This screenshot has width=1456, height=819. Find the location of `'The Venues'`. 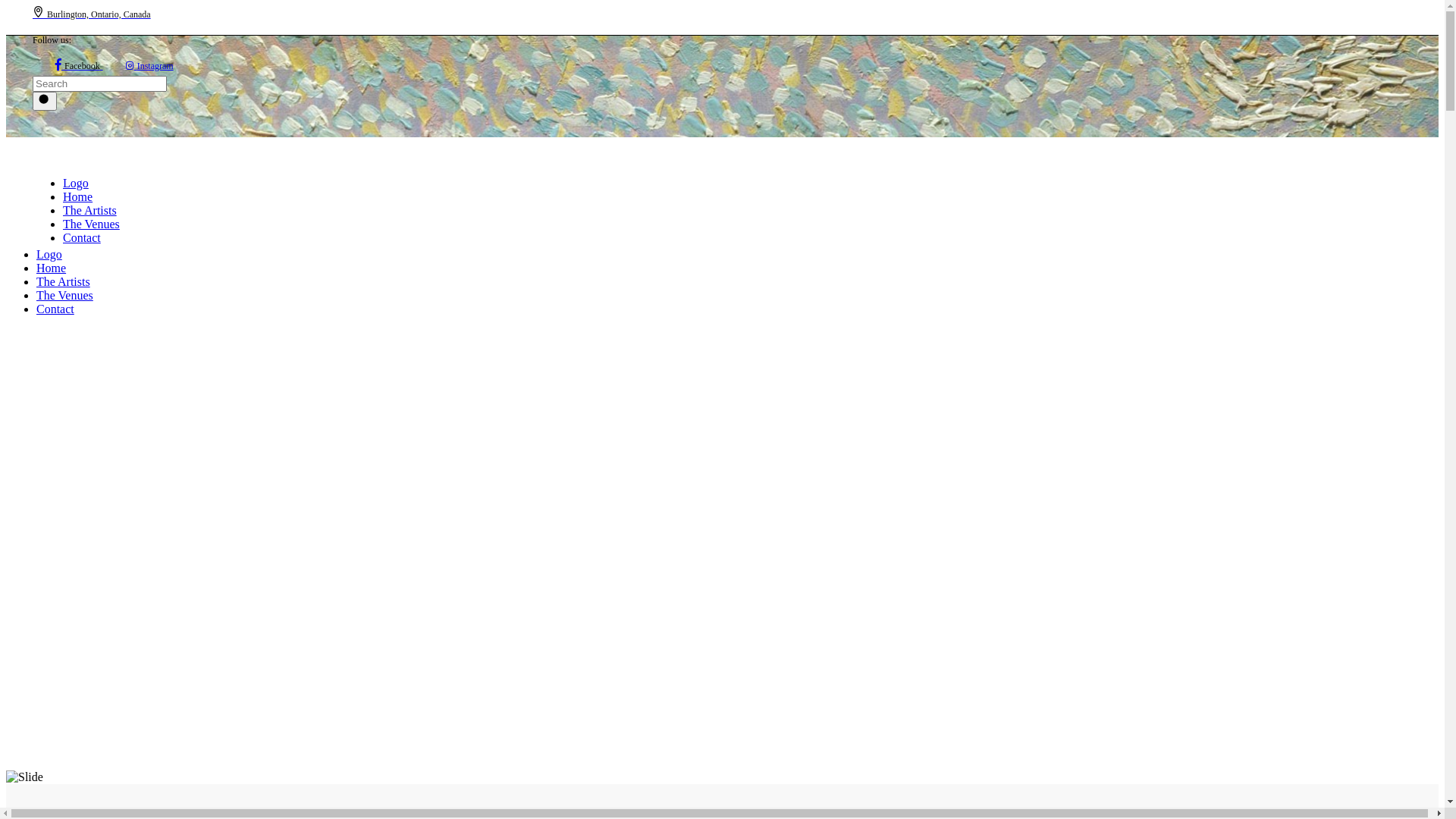

'The Venues' is located at coordinates (64, 295).